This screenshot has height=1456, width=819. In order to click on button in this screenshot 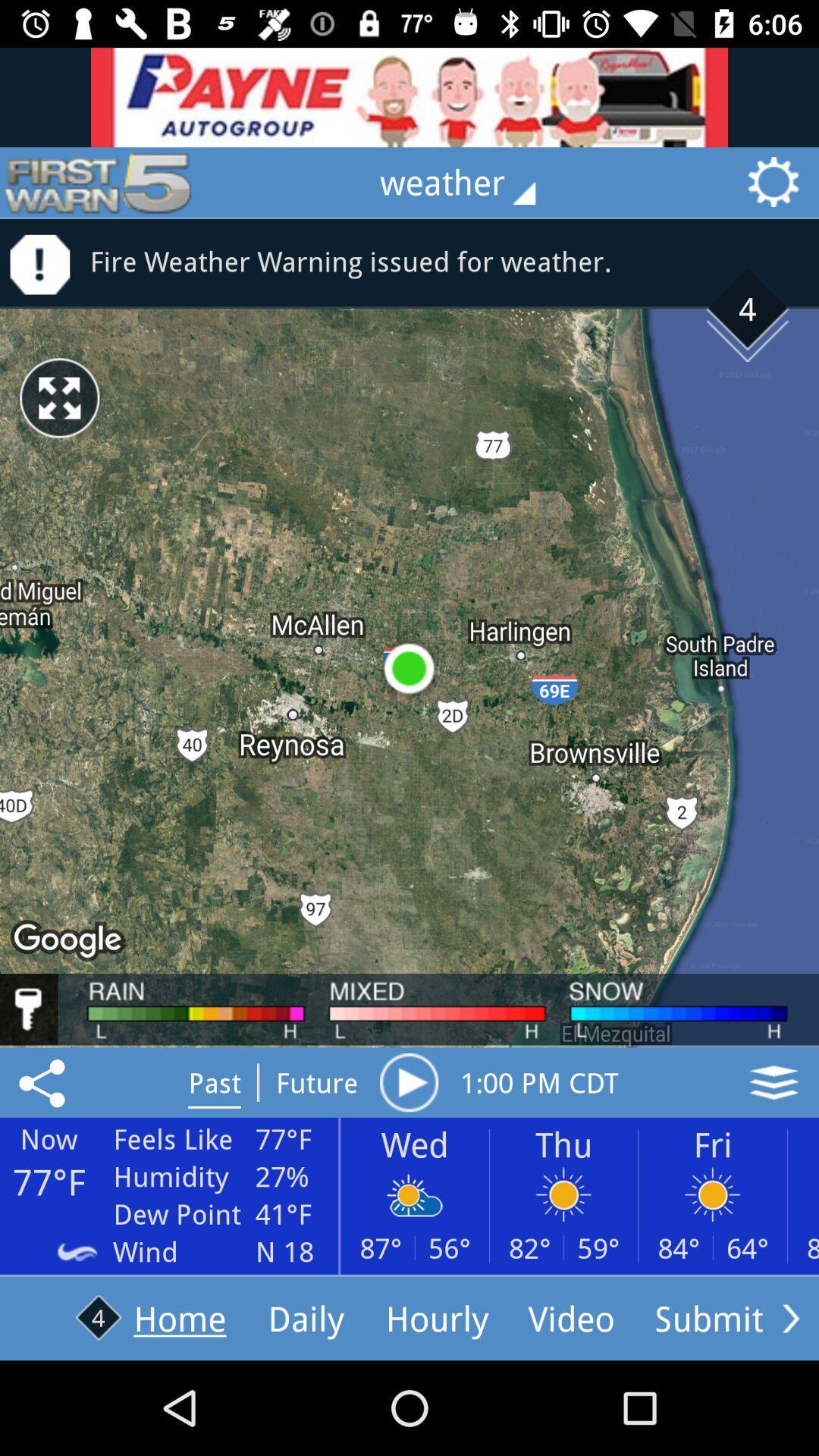, I will do `click(408, 1081)`.